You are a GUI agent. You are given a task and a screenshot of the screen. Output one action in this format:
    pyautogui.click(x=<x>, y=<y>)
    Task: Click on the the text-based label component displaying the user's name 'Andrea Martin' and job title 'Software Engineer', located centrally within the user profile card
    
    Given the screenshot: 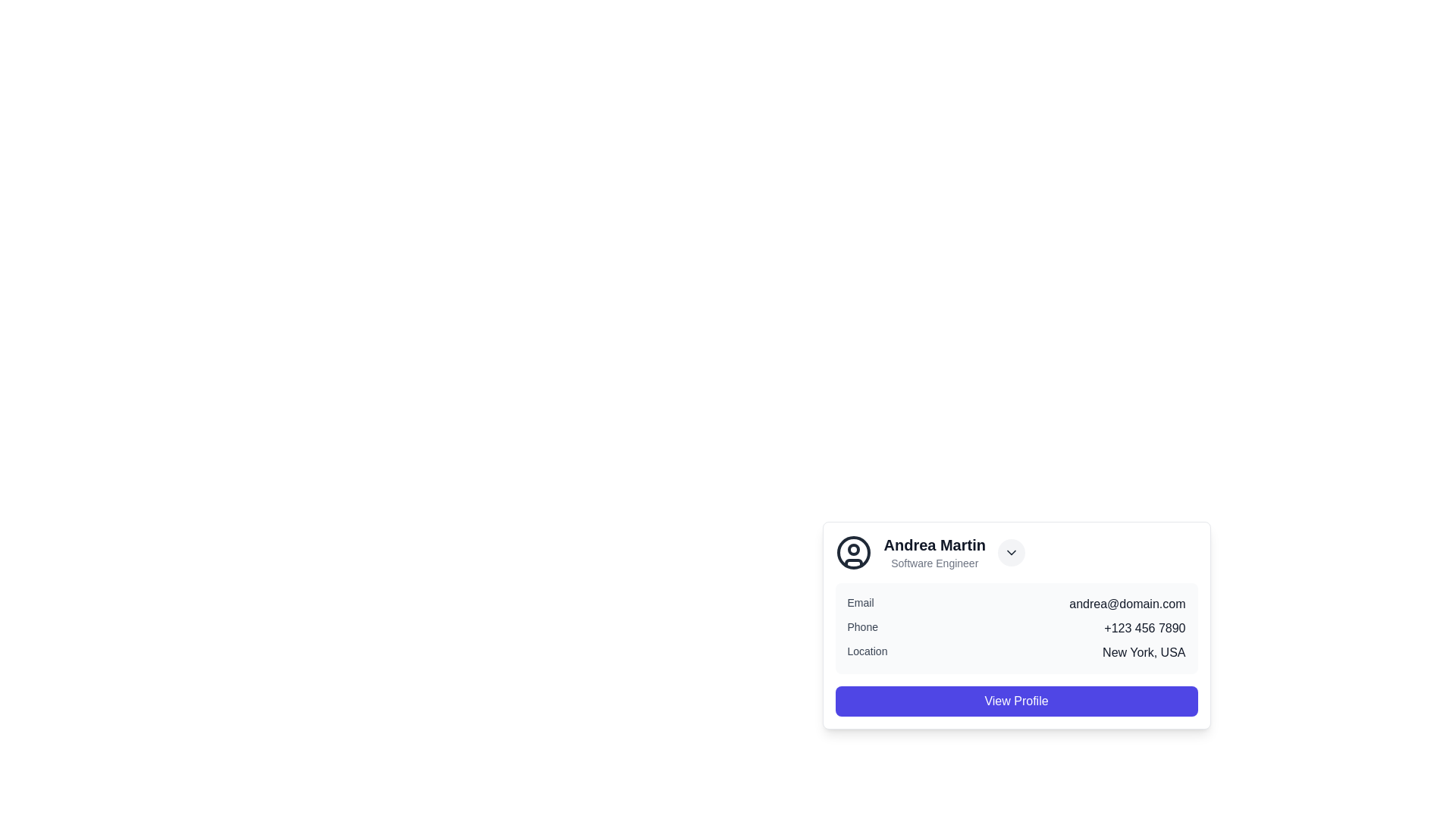 What is the action you would take?
    pyautogui.click(x=934, y=553)
    